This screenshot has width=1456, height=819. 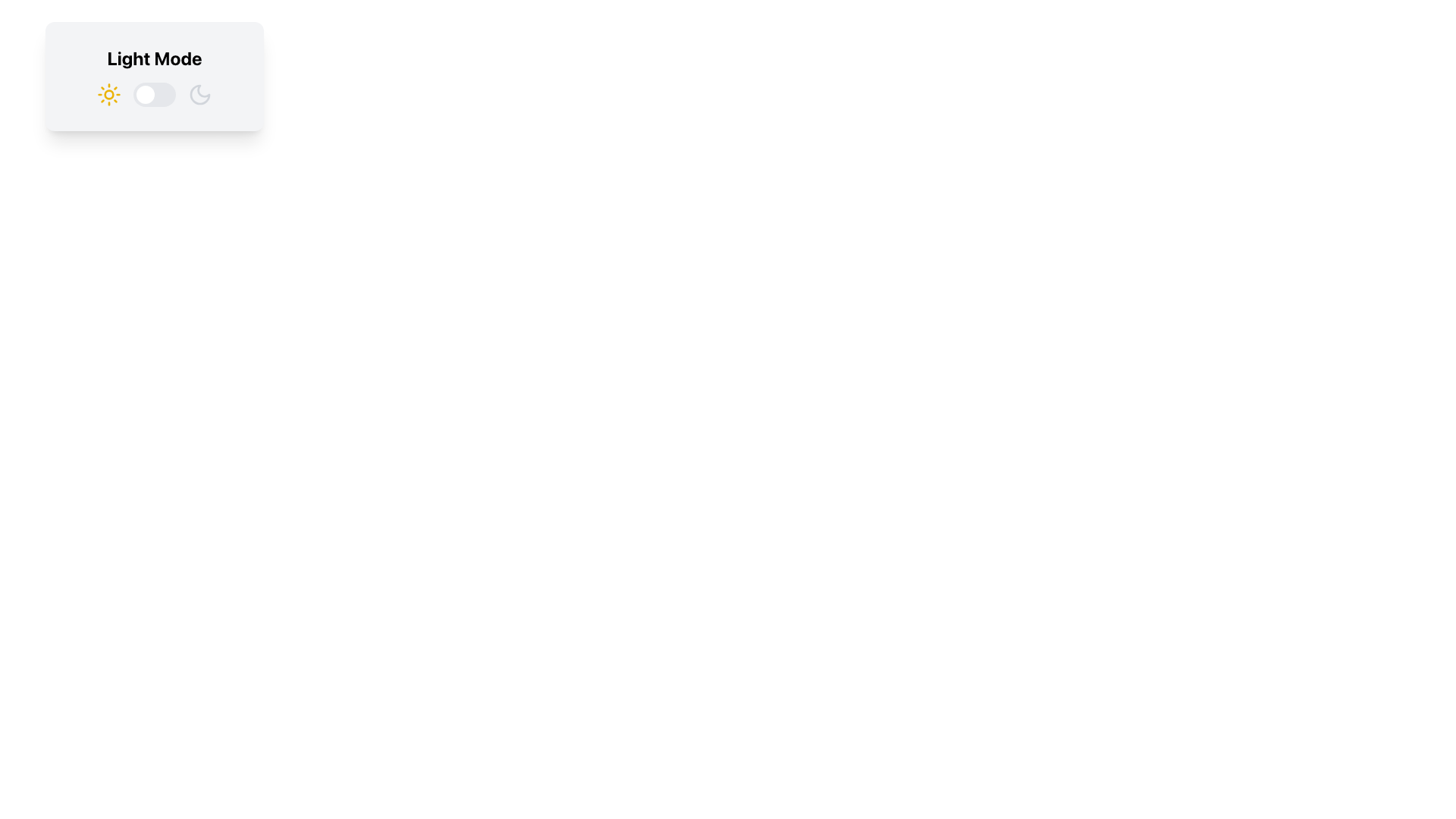 What do you see at coordinates (199, 94) in the screenshot?
I see `the crescent moon icon, which is located to the right of the toggle switch and beneath the 'Light Mode' title` at bounding box center [199, 94].